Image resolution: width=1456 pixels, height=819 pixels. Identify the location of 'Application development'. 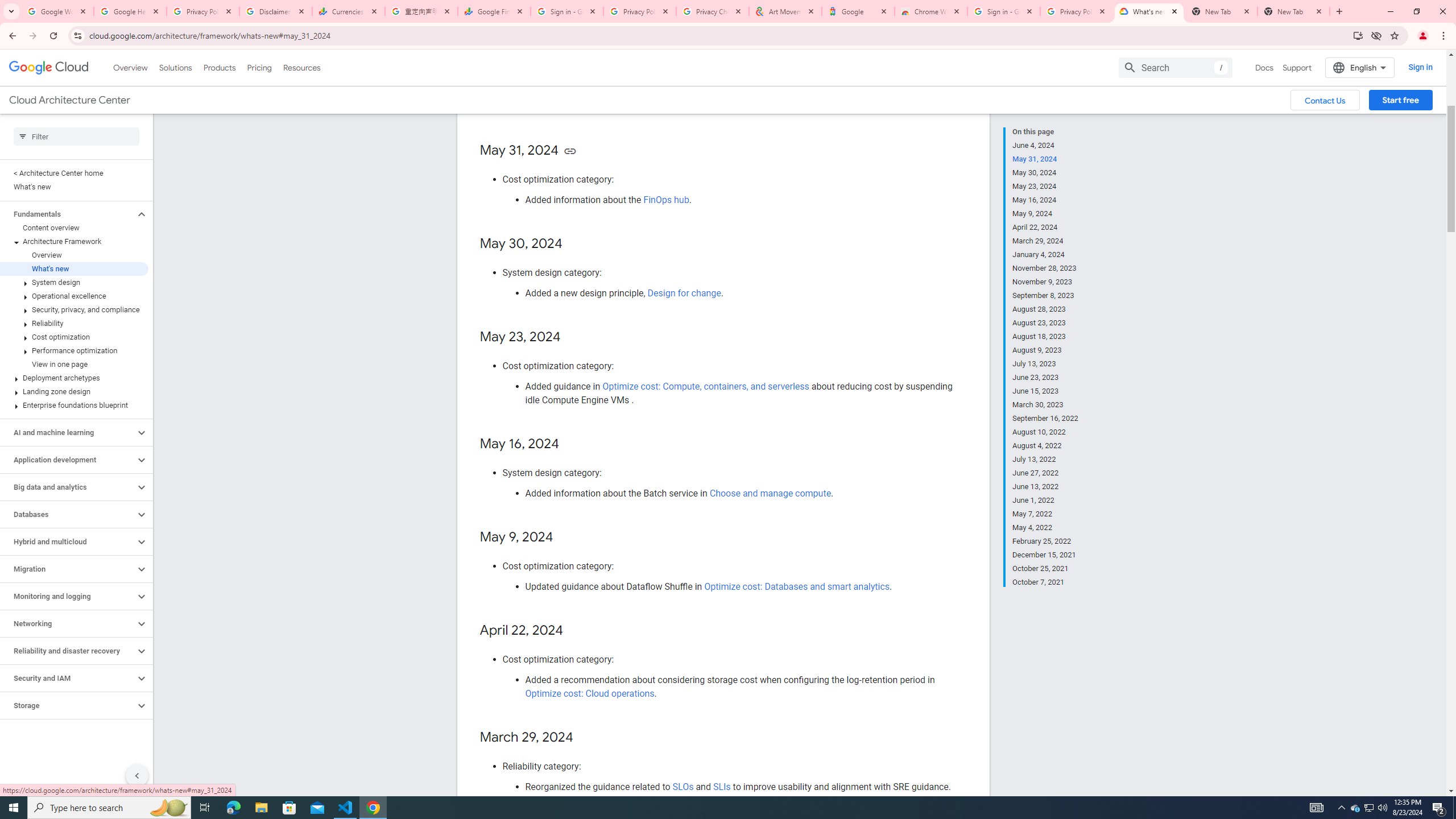
(67, 460).